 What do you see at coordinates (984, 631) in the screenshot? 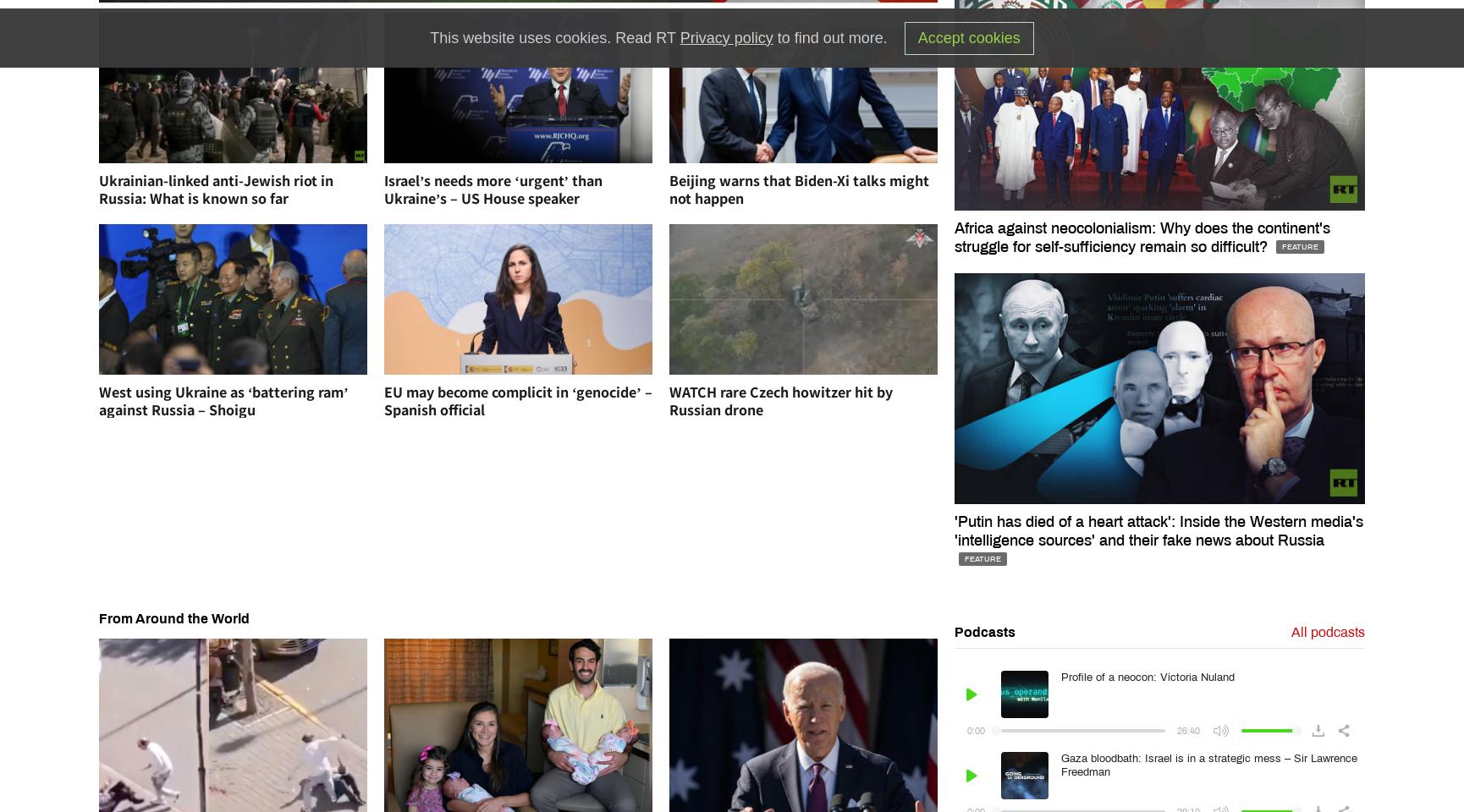
I see `'Podcasts'` at bounding box center [984, 631].